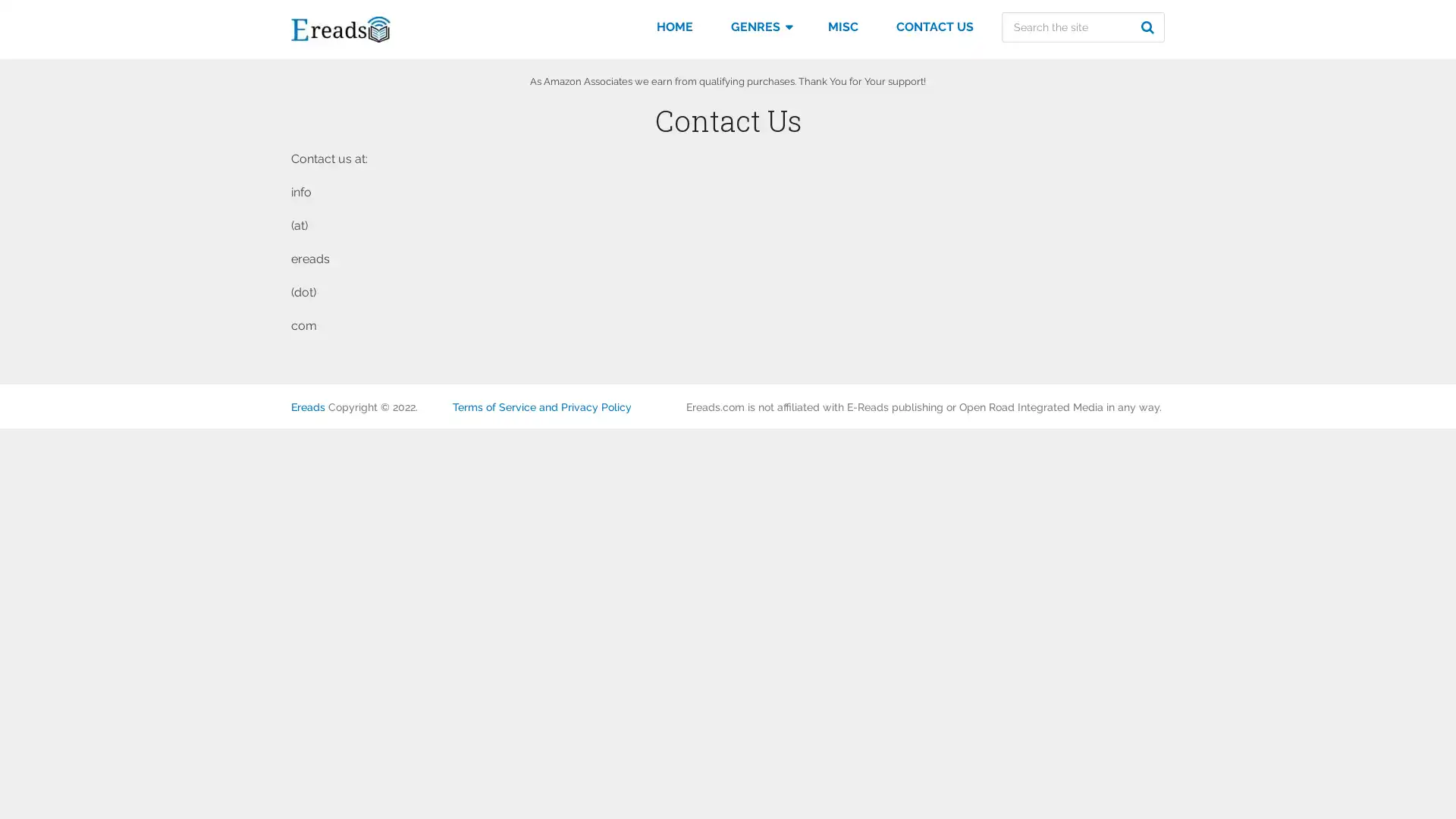 The height and width of the screenshot is (819, 1456). I want to click on Search, so click(1150, 27).